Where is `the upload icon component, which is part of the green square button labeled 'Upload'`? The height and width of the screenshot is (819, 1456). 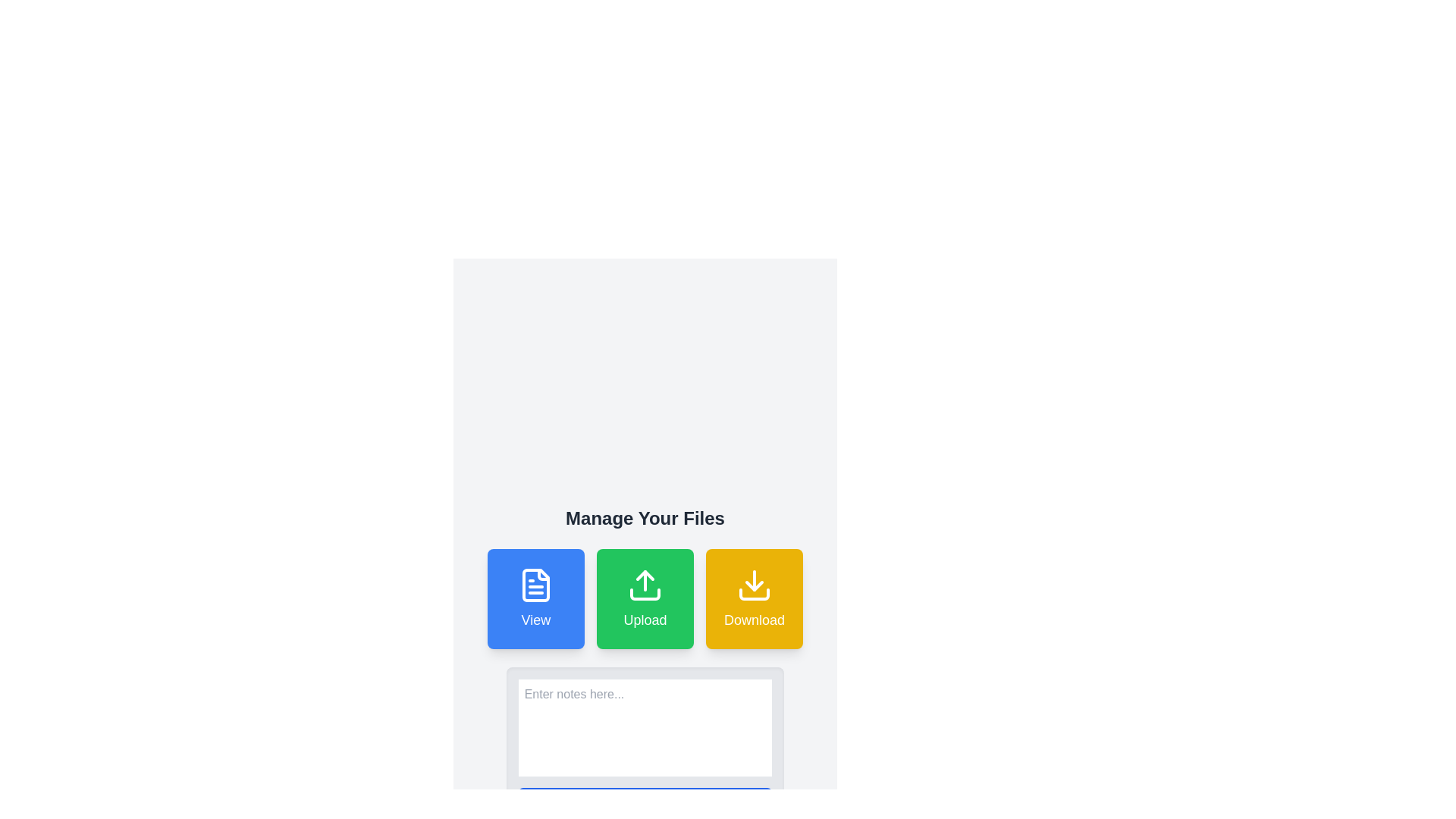 the upload icon component, which is part of the green square button labeled 'Upload' is located at coordinates (645, 593).